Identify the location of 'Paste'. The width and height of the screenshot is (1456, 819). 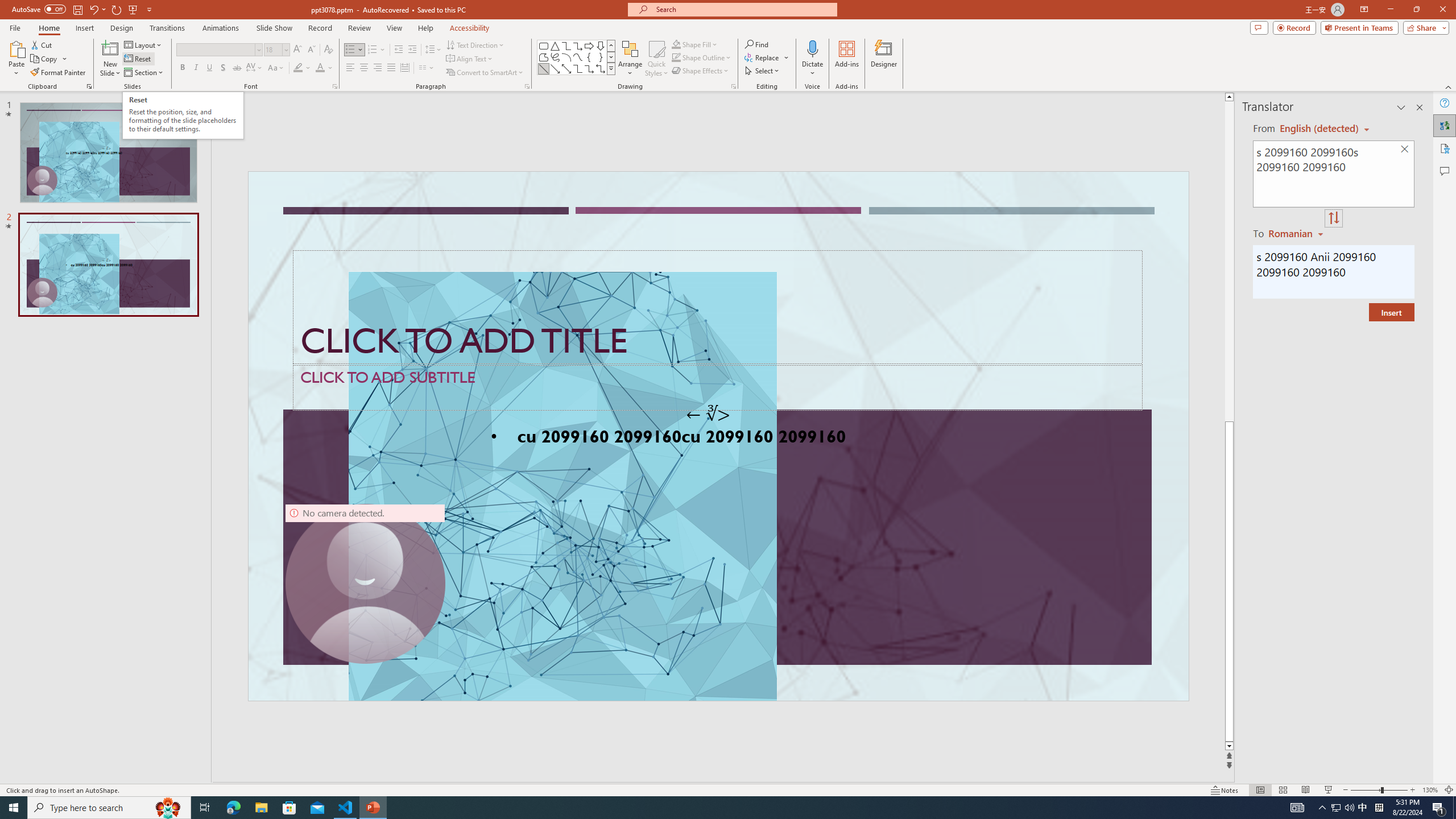
(16, 59).